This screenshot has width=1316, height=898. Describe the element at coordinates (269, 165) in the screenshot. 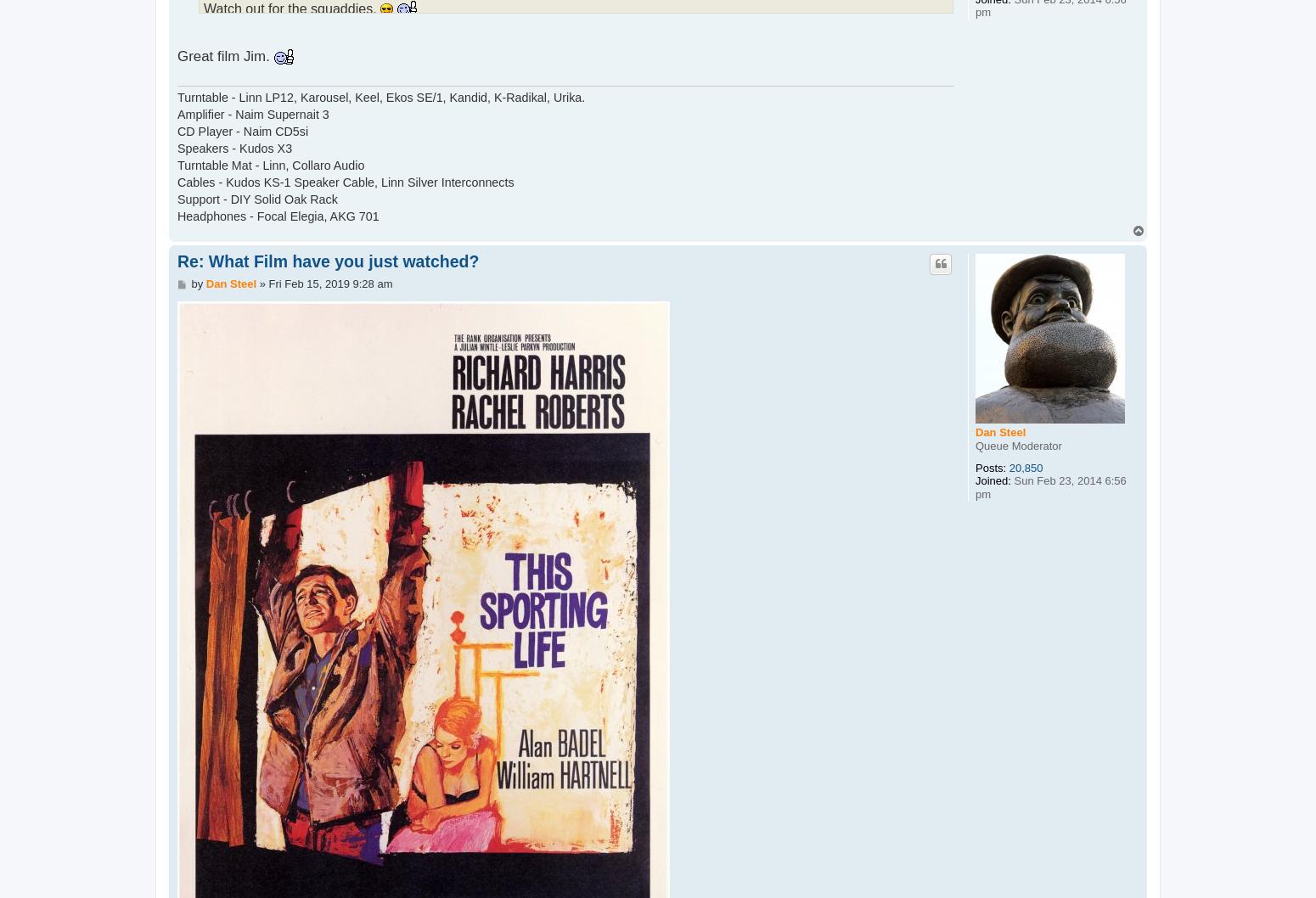

I see `'Turntable Mat - Linn, Collaro Audio'` at that location.